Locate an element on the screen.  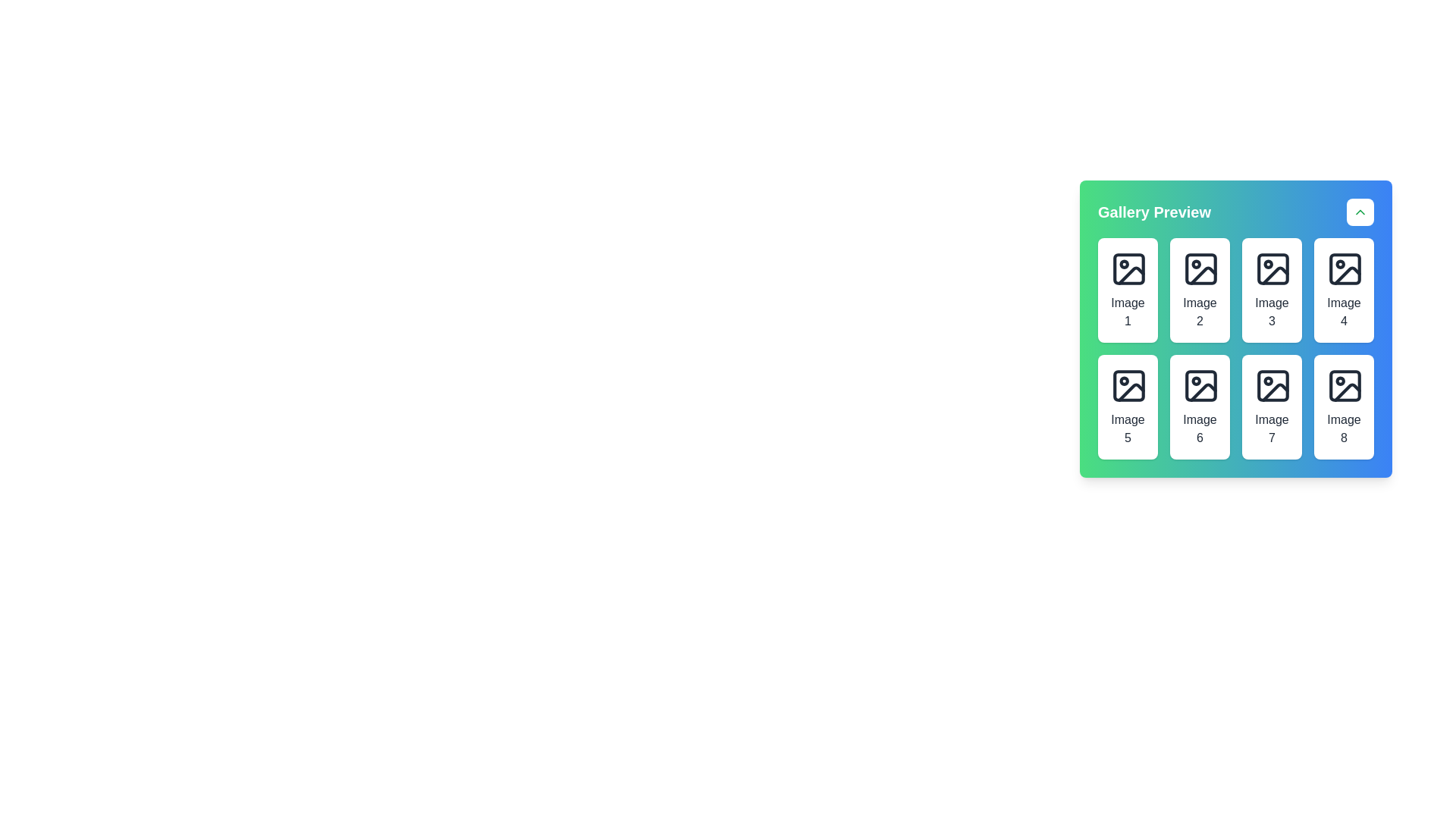
the centered-aligned text component displaying 'Image 2' in the second item of the first row in the gallery preview widget is located at coordinates (1199, 312).